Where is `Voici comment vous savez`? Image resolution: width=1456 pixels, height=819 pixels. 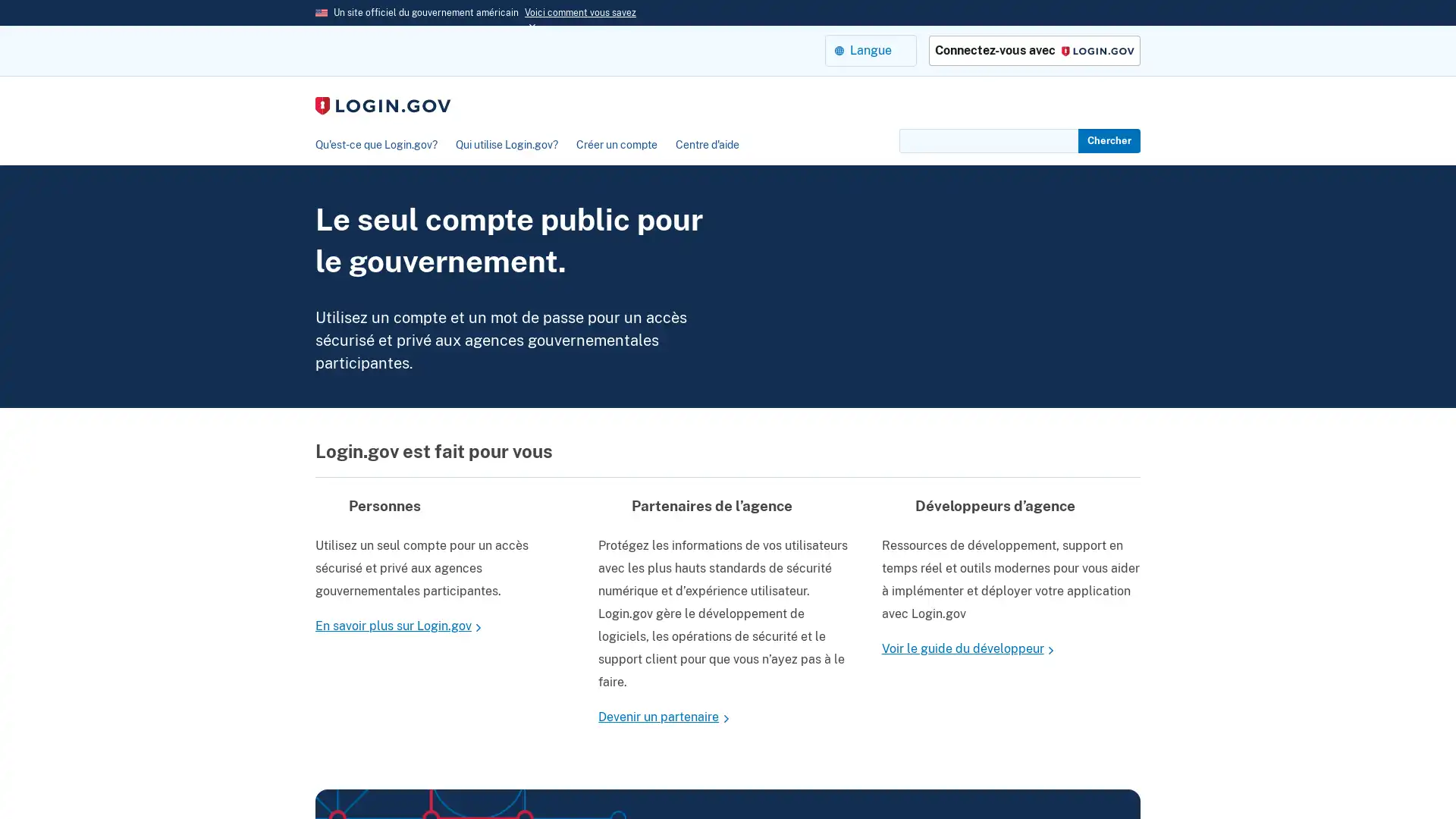
Voici comment vous savez is located at coordinates (579, 12).